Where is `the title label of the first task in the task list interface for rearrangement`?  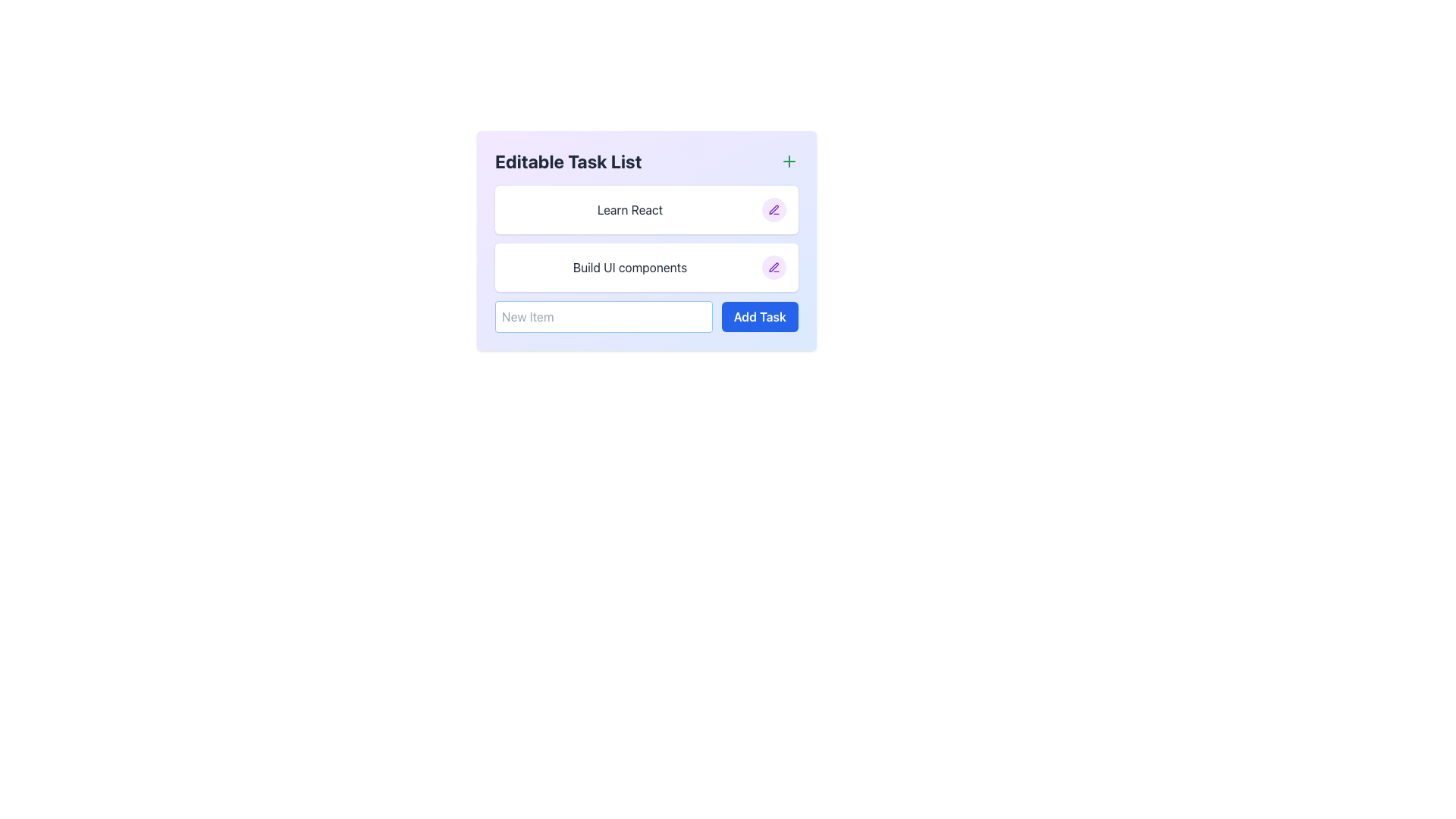
the title label of the first task in the task list interface for rearrangement is located at coordinates (629, 210).